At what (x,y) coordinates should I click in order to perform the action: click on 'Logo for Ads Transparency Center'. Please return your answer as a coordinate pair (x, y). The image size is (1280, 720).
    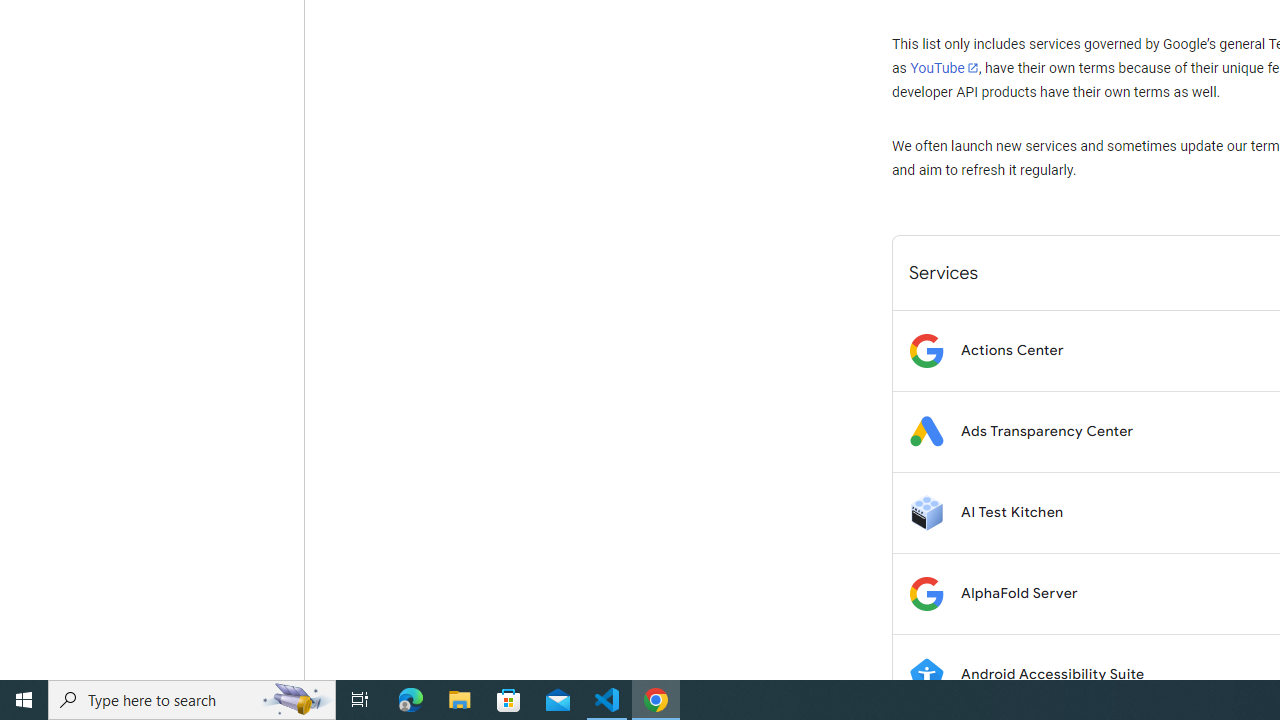
    Looking at the image, I should click on (925, 430).